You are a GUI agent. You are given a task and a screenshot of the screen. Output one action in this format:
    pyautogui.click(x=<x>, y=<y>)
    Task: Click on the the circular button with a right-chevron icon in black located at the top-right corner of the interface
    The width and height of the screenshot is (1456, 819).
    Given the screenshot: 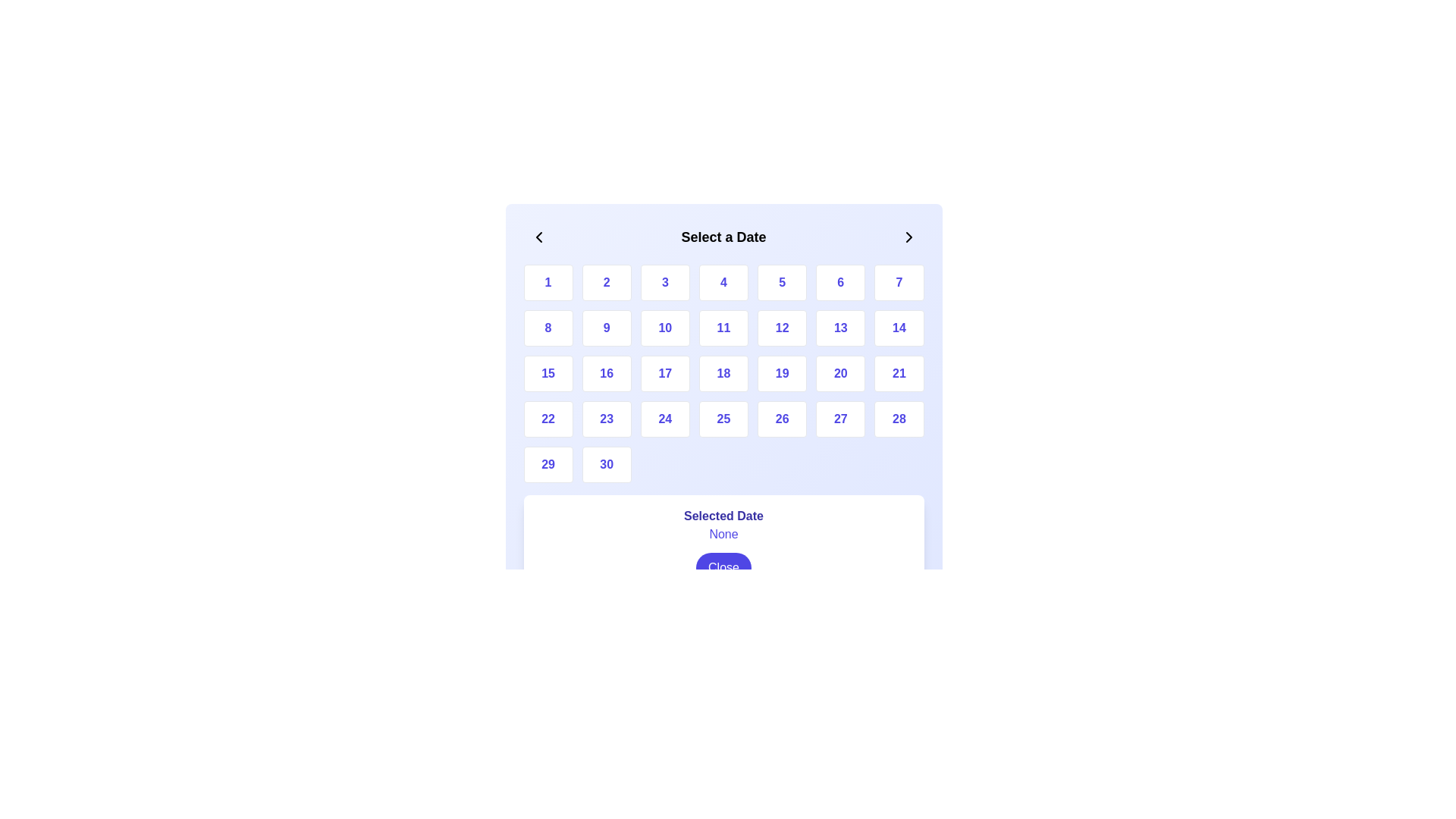 What is the action you would take?
    pyautogui.click(x=908, y=237)
    